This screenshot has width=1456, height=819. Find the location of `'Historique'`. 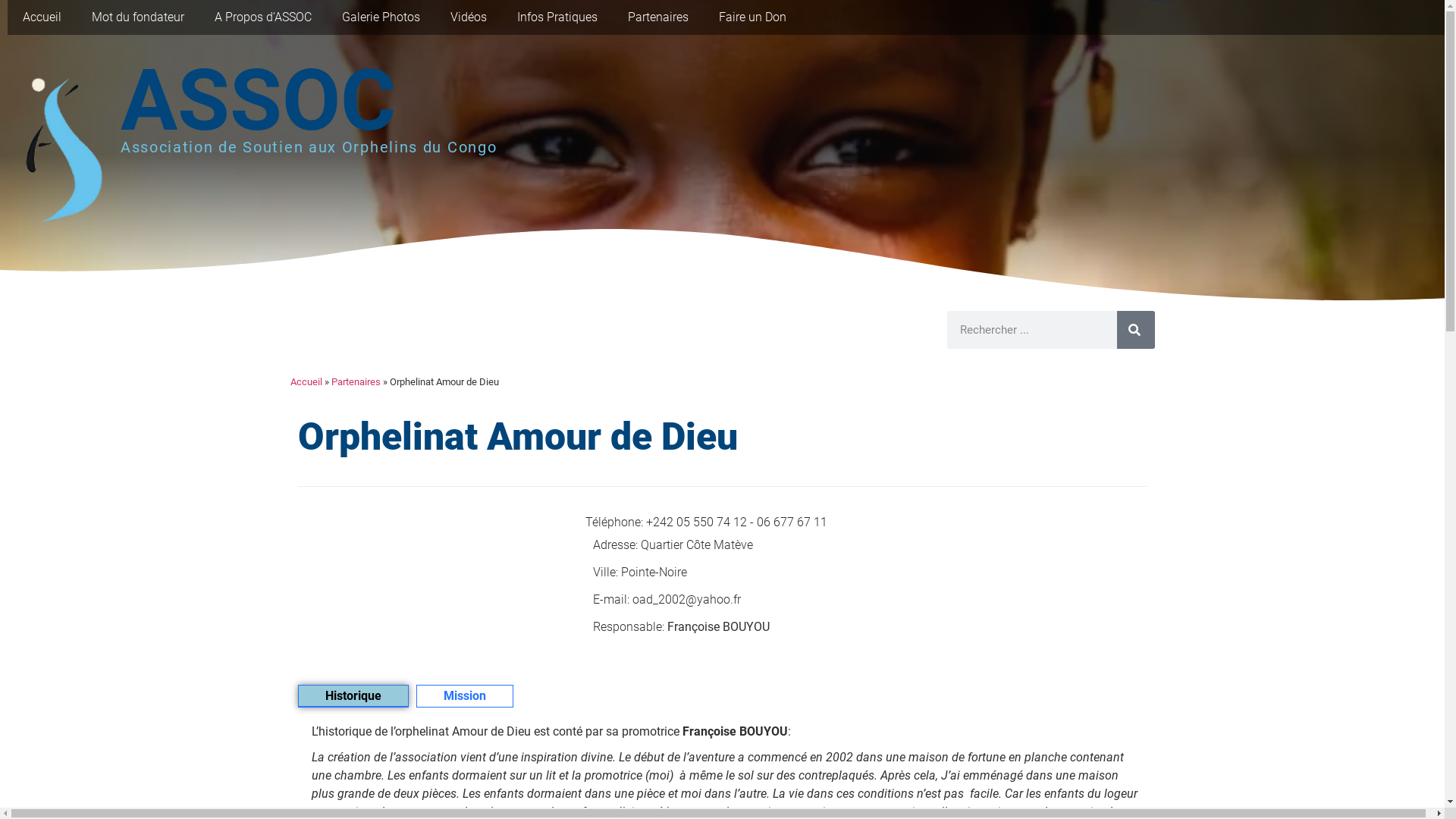

'Historique' is located at coordinates (352, 696).